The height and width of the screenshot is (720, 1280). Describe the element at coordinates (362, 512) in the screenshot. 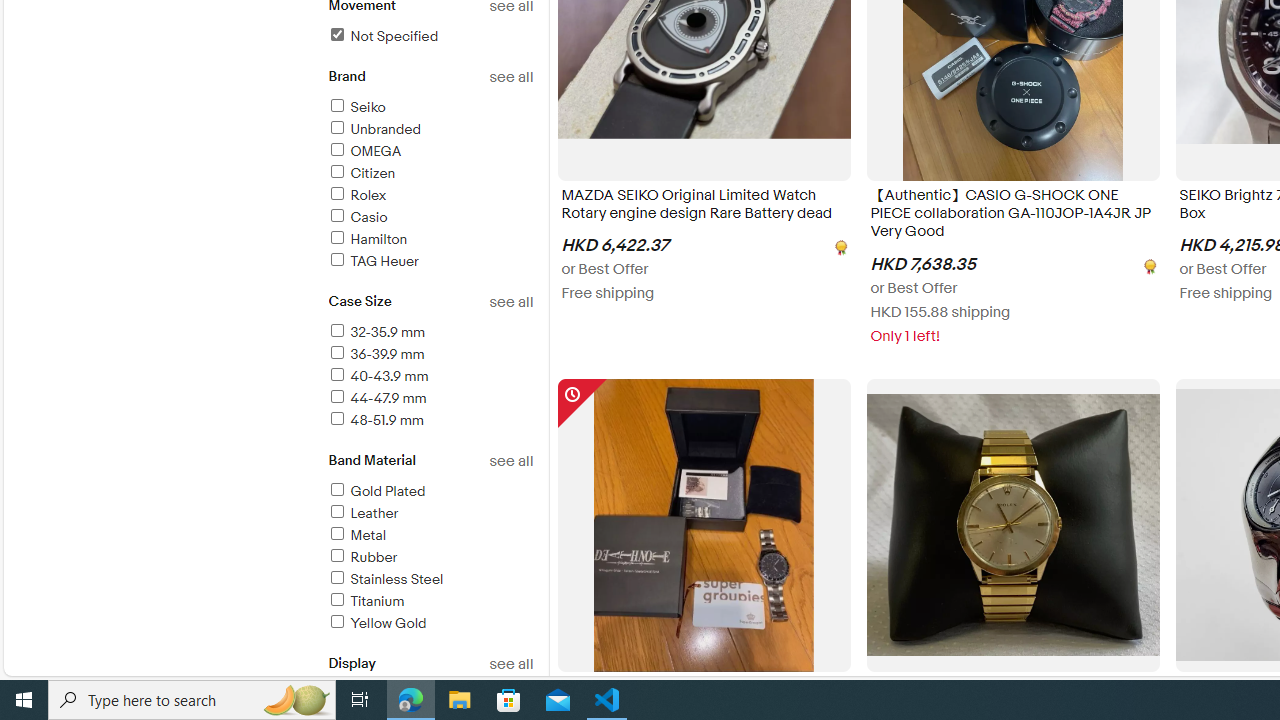

I see `'Leather'` at that location.